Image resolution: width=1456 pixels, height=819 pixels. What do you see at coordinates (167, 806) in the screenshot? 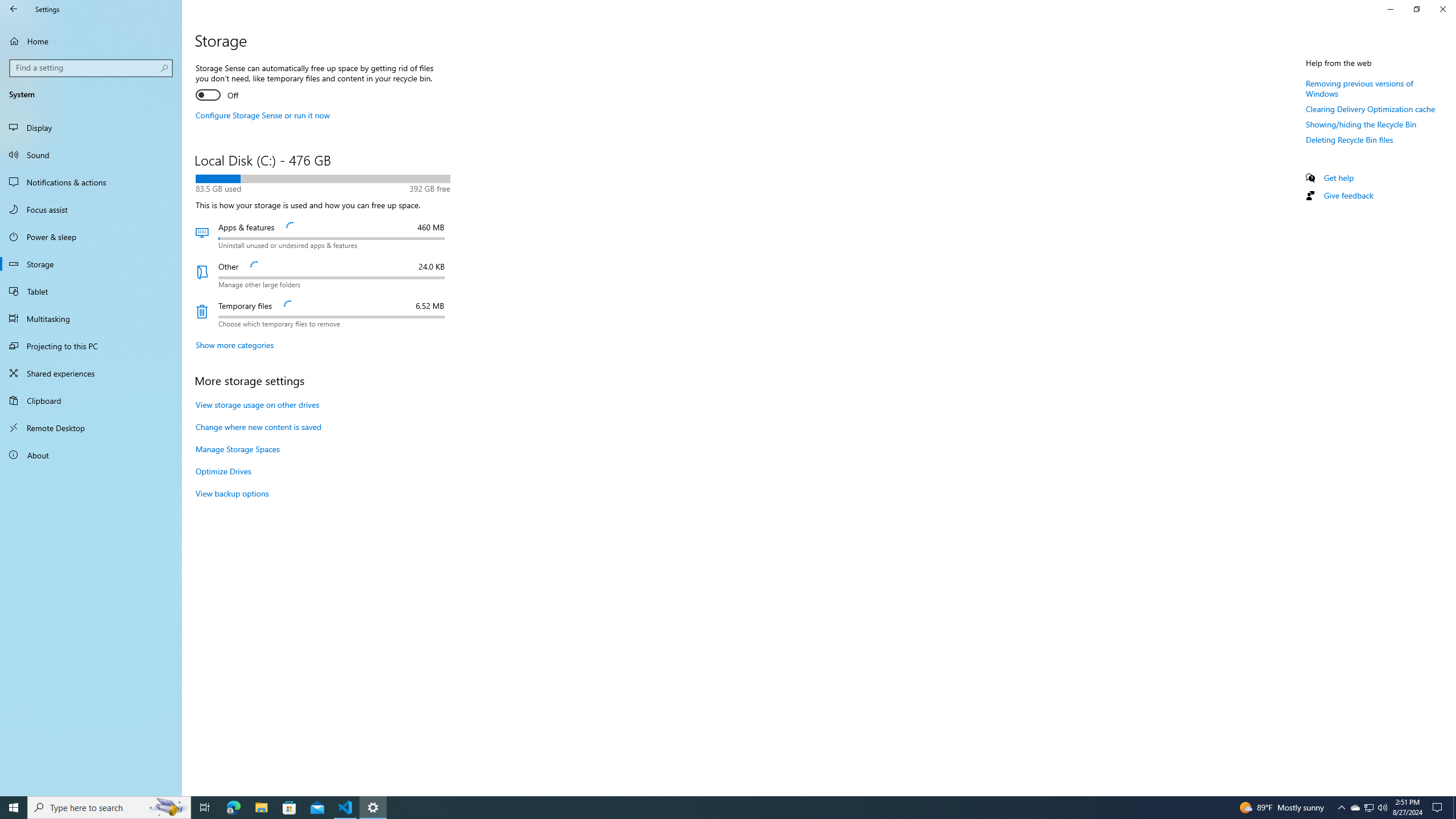
I see `'Search highlights icon opens search home window'` at bounding box center [167, 806].